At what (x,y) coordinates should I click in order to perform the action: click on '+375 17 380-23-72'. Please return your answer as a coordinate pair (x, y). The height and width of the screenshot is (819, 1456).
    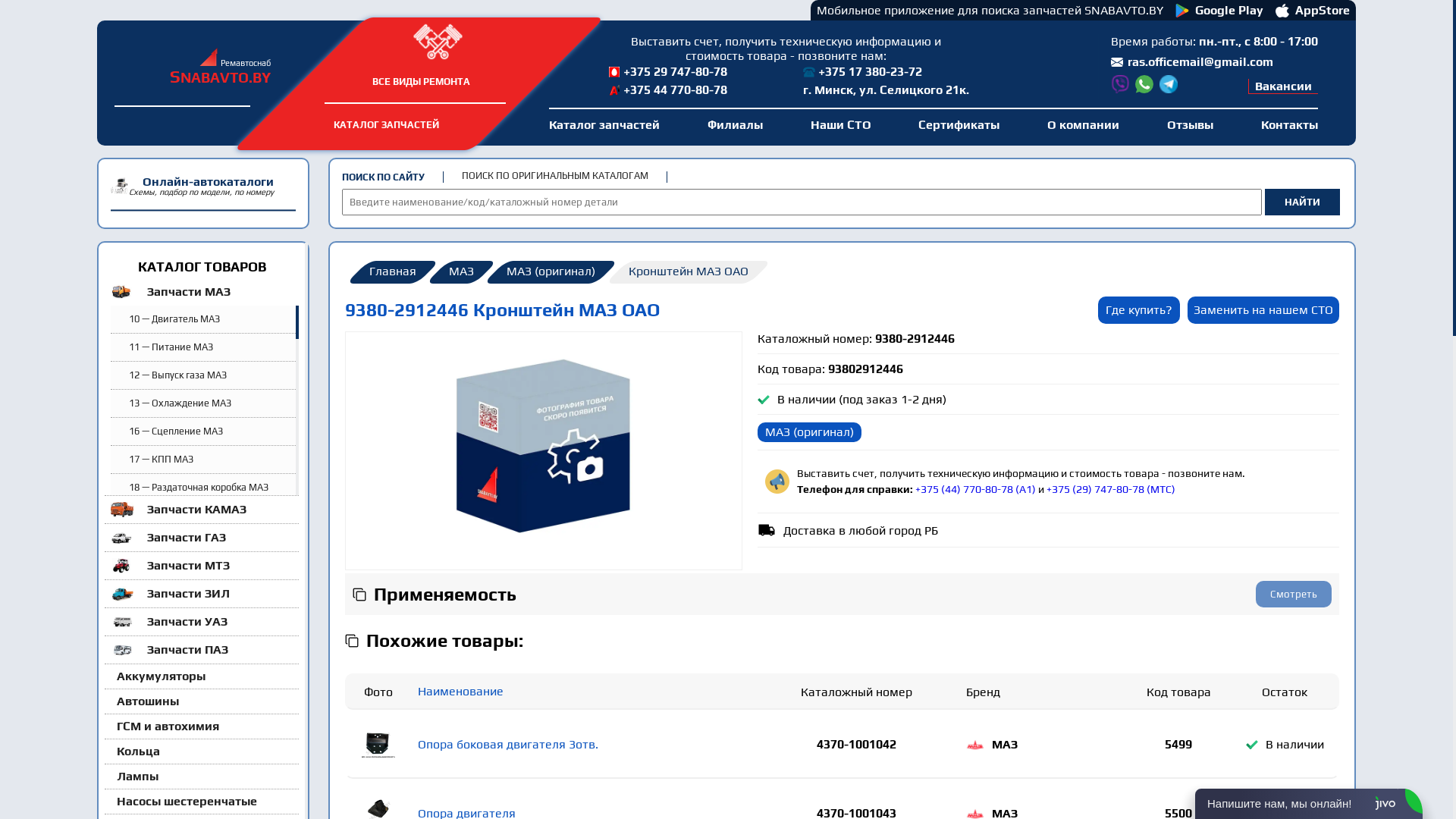
    Looking at the image, I should click on (802, 72).